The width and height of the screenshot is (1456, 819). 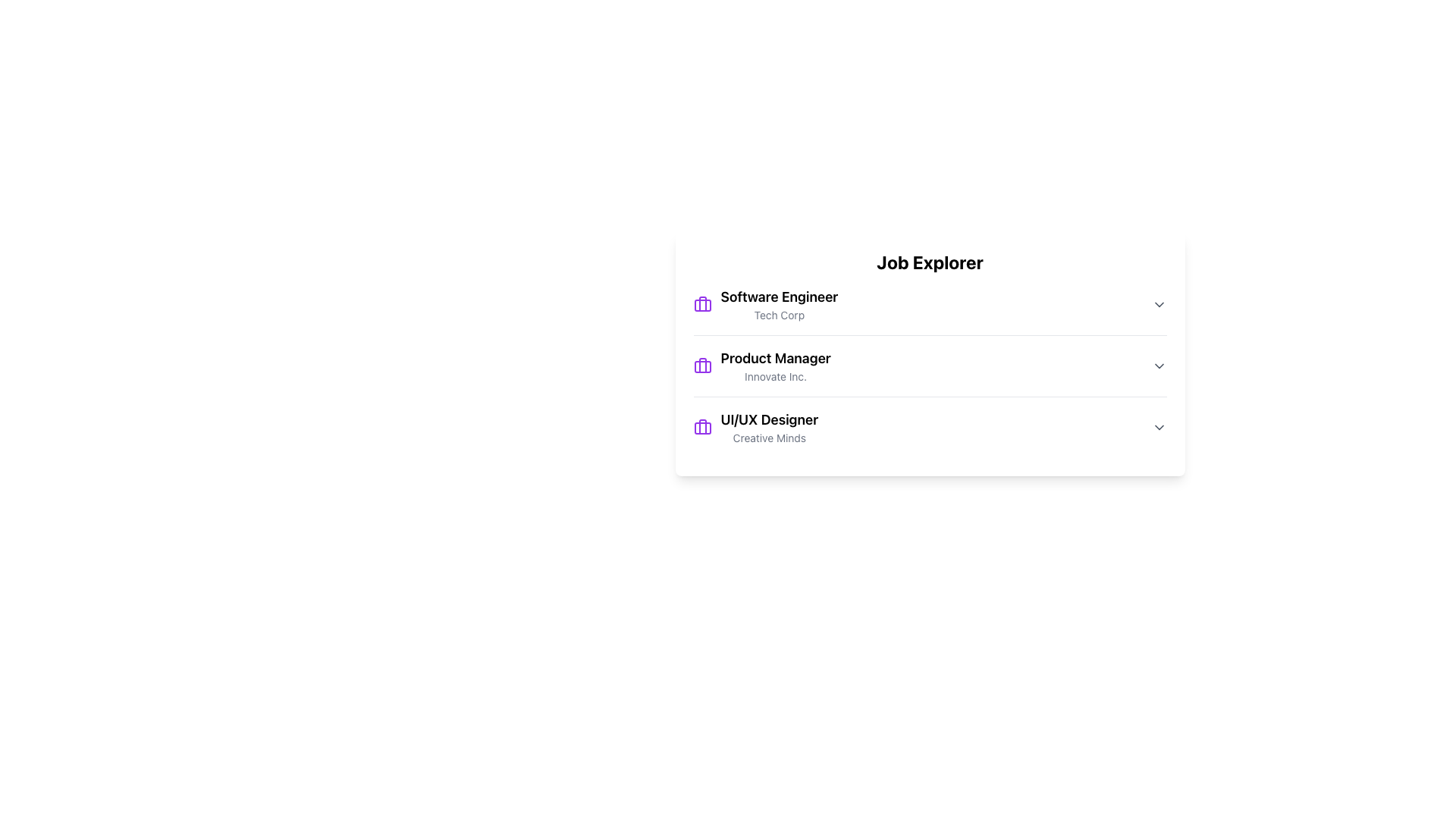 I want to click on text label displaying 'UI/UX Designer', which is styled in bold and situated in the third item of the job listings panel, so click(x=769, y=420).